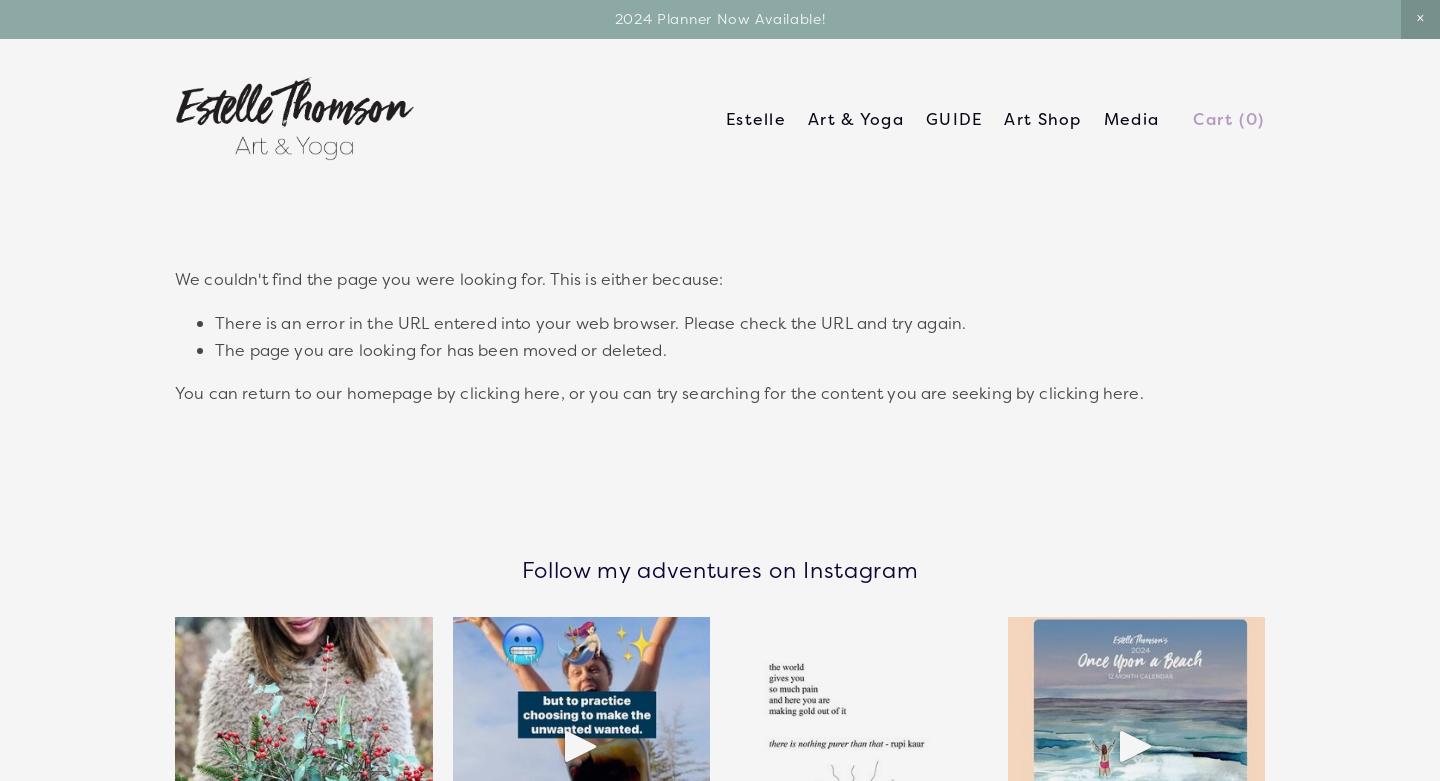  What do you see at coordinates (1129, 118) in the screenshot?
I see `'Media'` at bounding box center [1129, 118].